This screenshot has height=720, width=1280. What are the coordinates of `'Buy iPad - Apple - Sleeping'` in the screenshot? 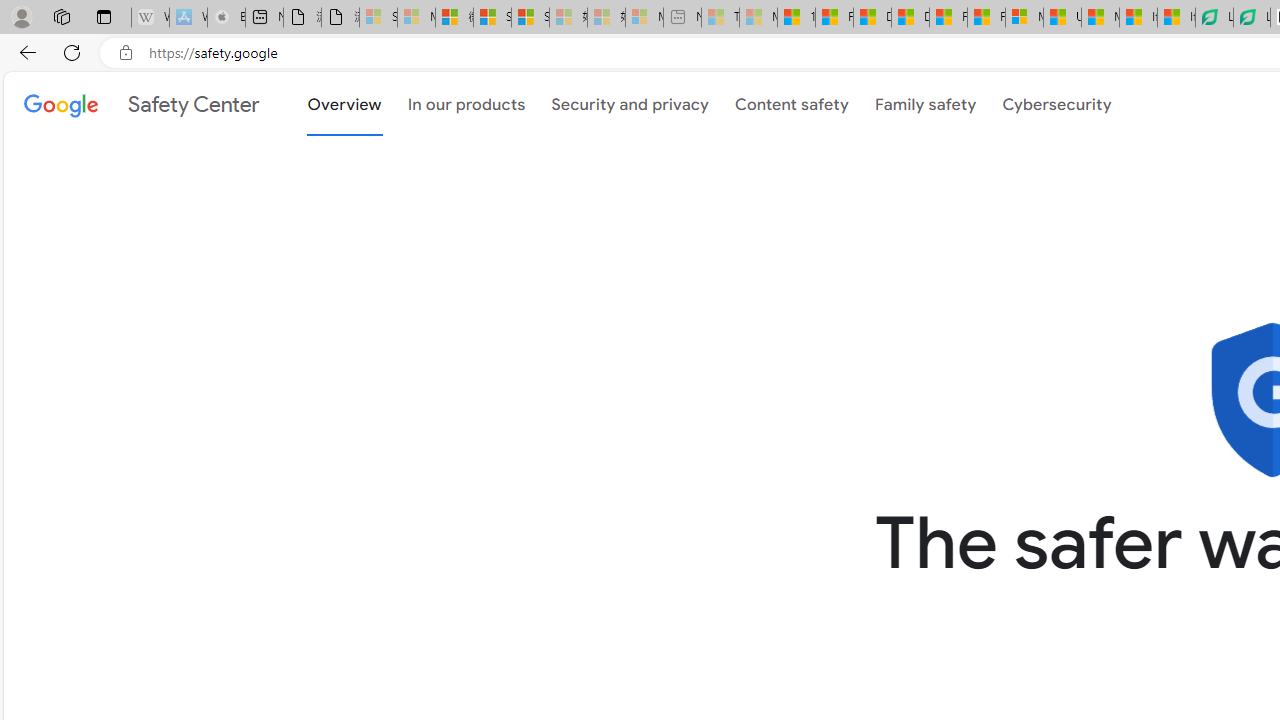 It's located at (225, 17).